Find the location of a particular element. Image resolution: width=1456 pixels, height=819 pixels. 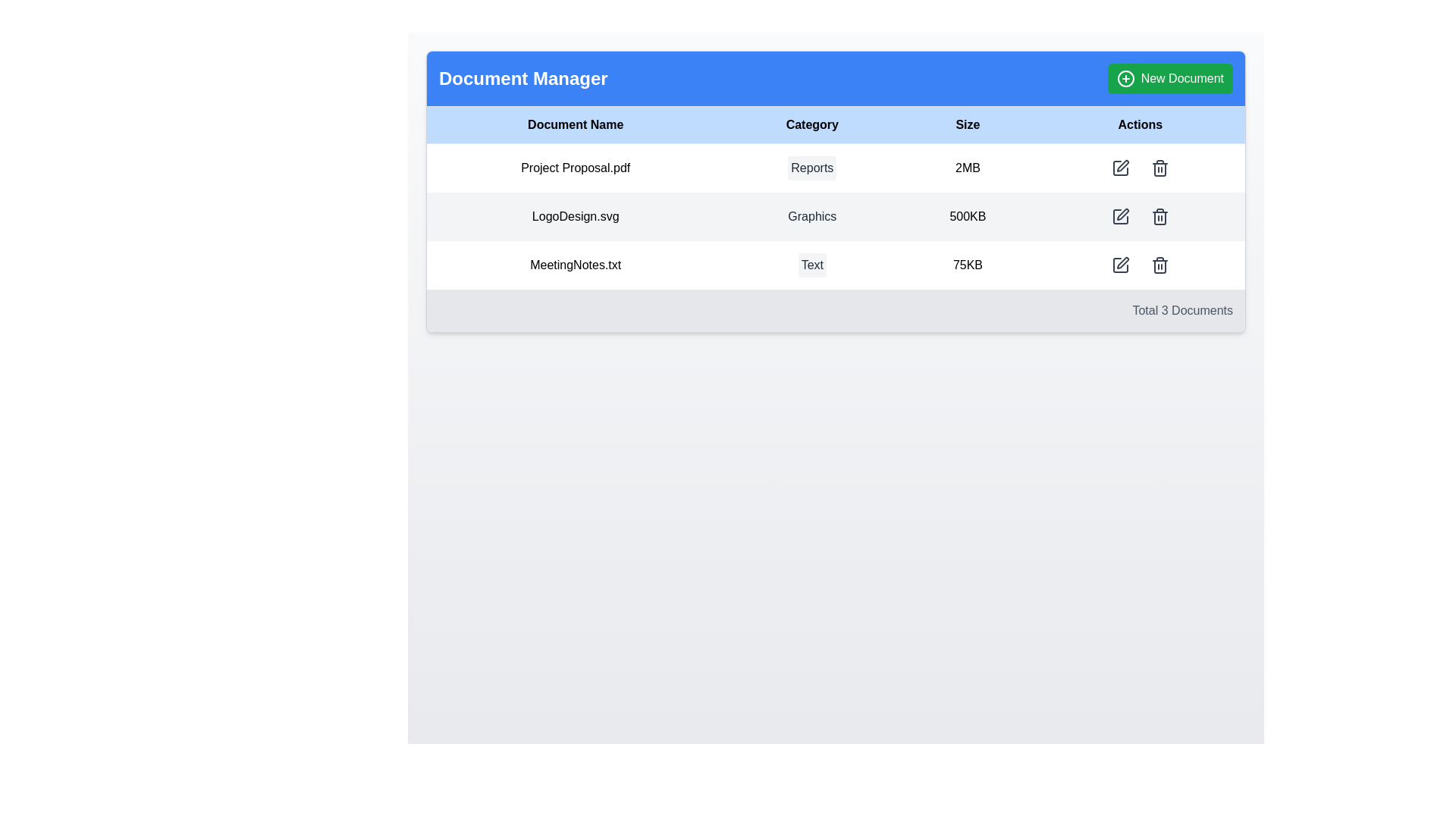

the non-interactive static label displaying the category 'Graphics', located in the second column of the second row in the 'Document Manager' table is located at coordinates (811, 216).